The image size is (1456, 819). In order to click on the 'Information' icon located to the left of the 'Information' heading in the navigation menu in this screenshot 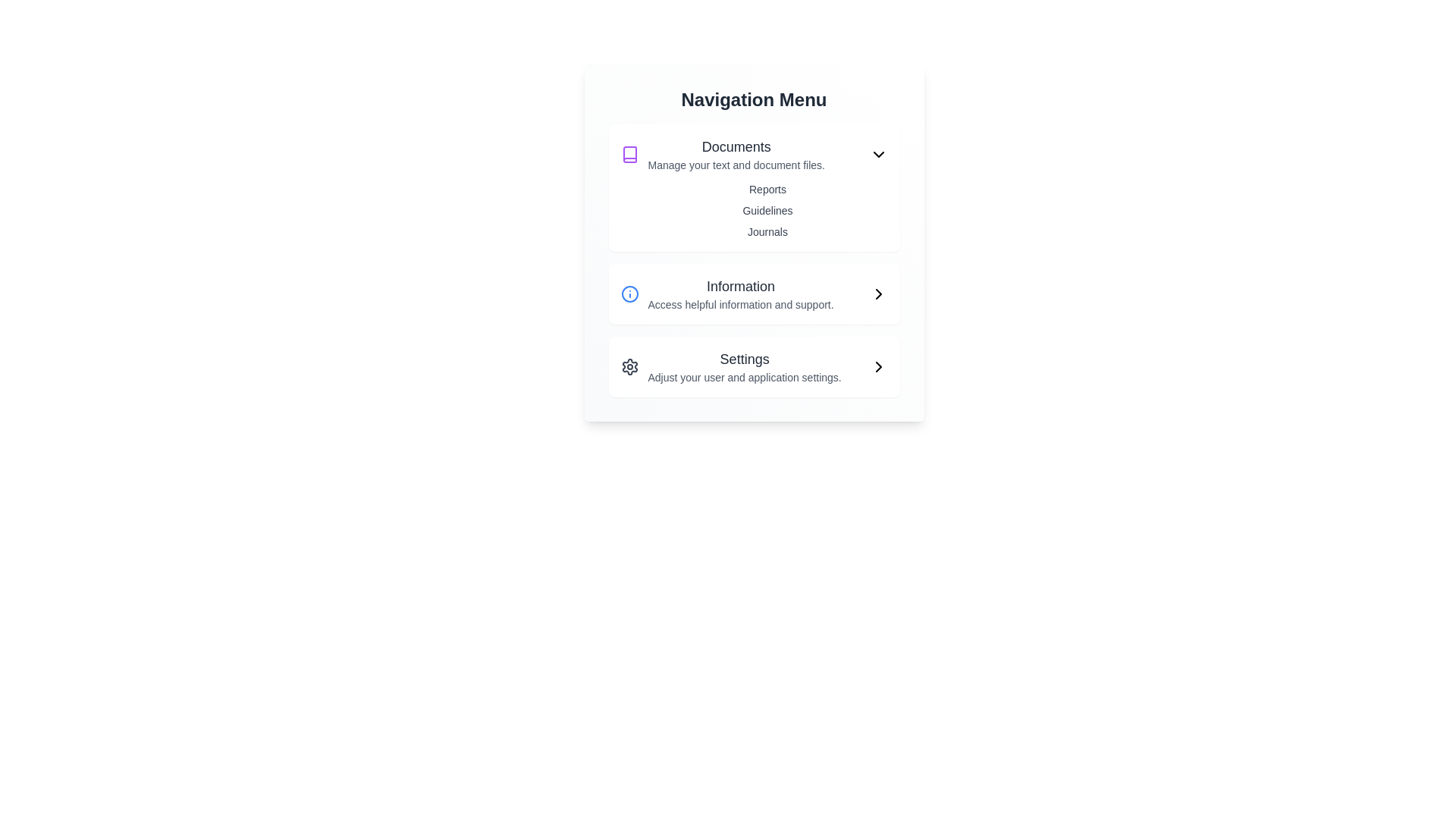, I will do `click(629, 294)`.